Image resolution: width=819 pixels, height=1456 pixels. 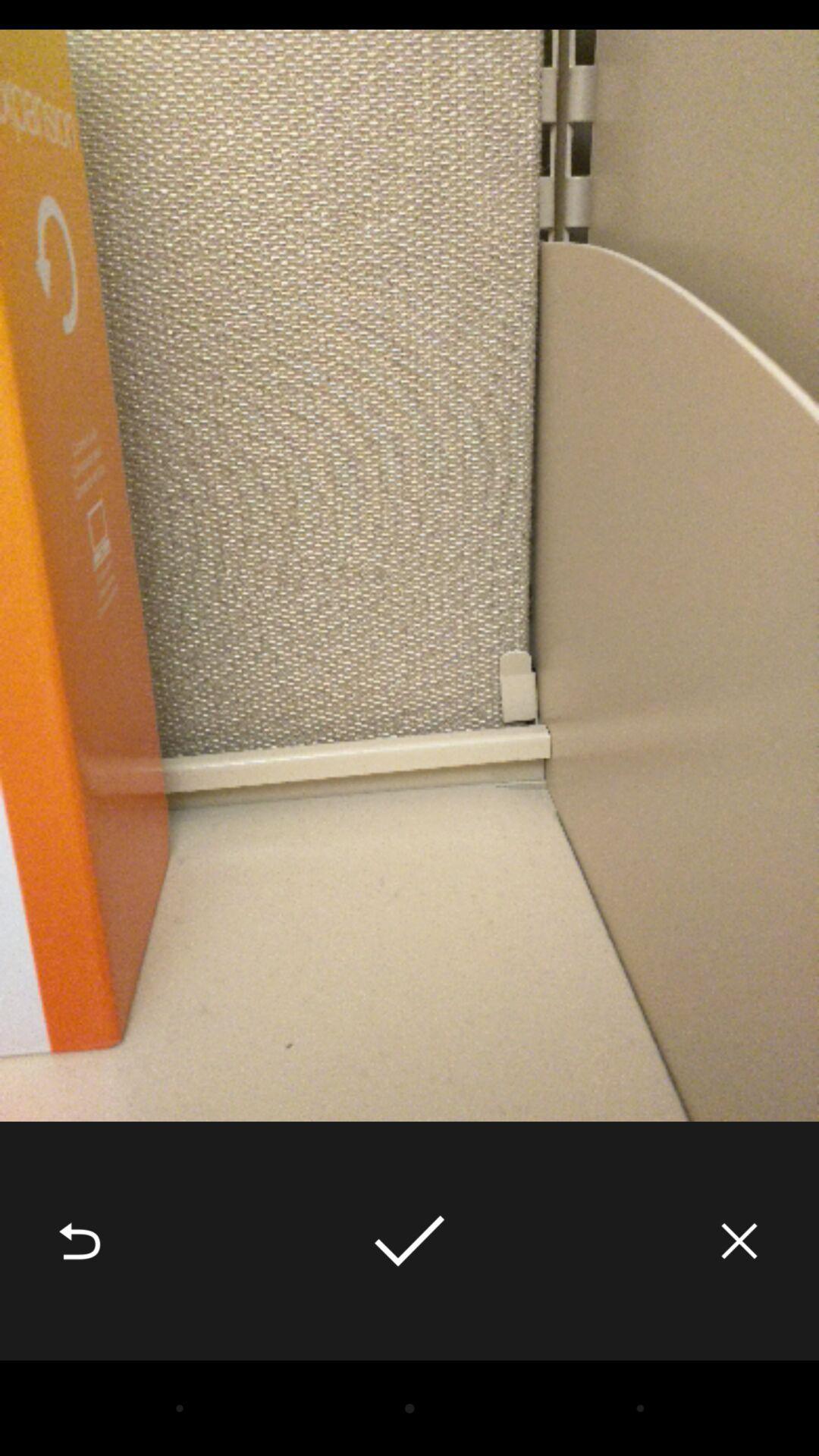 What do you see at coordinates (739, 1241) in the screenshot?
I see `item at the bottom right corner` at bounding box center [739, 1241].